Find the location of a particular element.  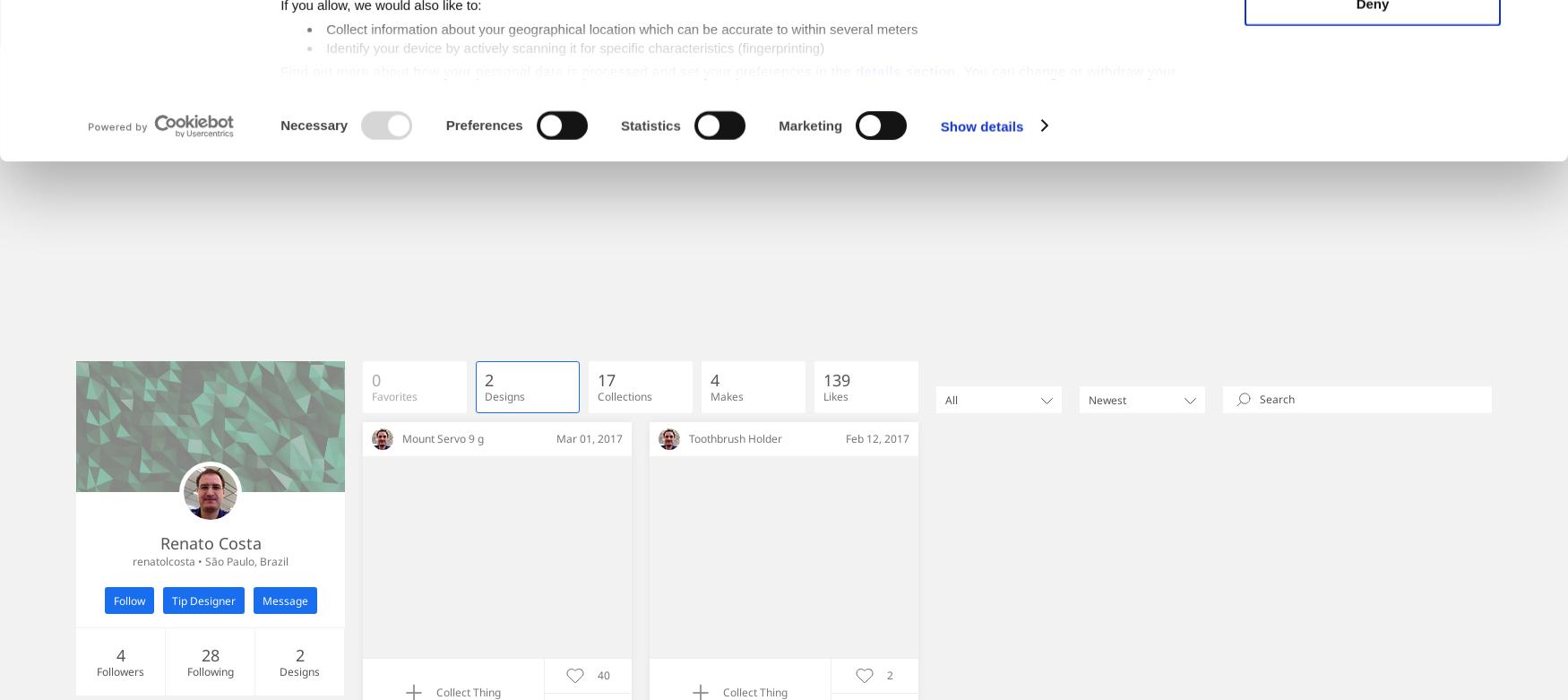

'Mount Servo 9 g' is located at coordinates (443, 437).